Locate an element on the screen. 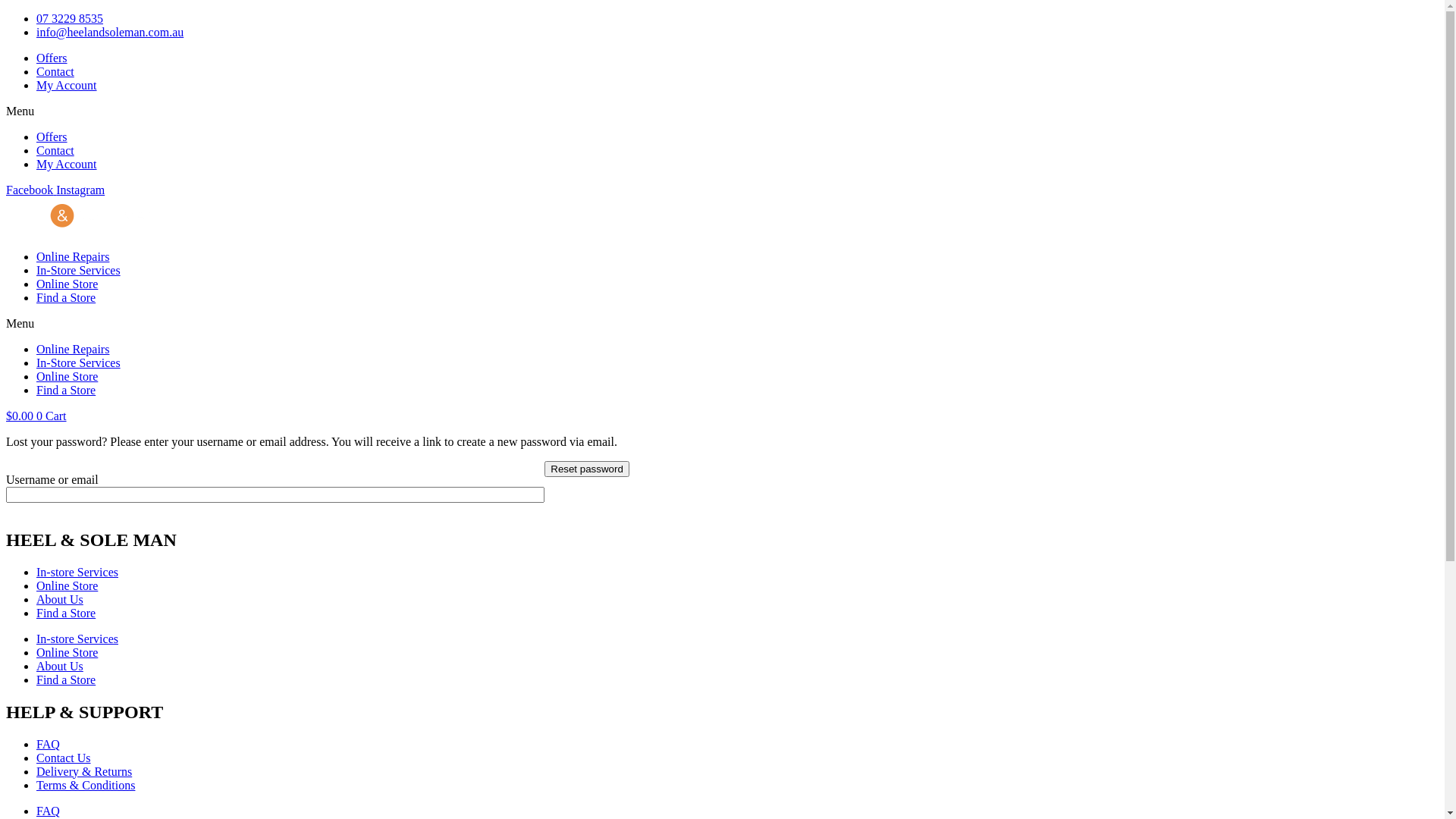  'Contact Us' is located at coordinates (36, 758).